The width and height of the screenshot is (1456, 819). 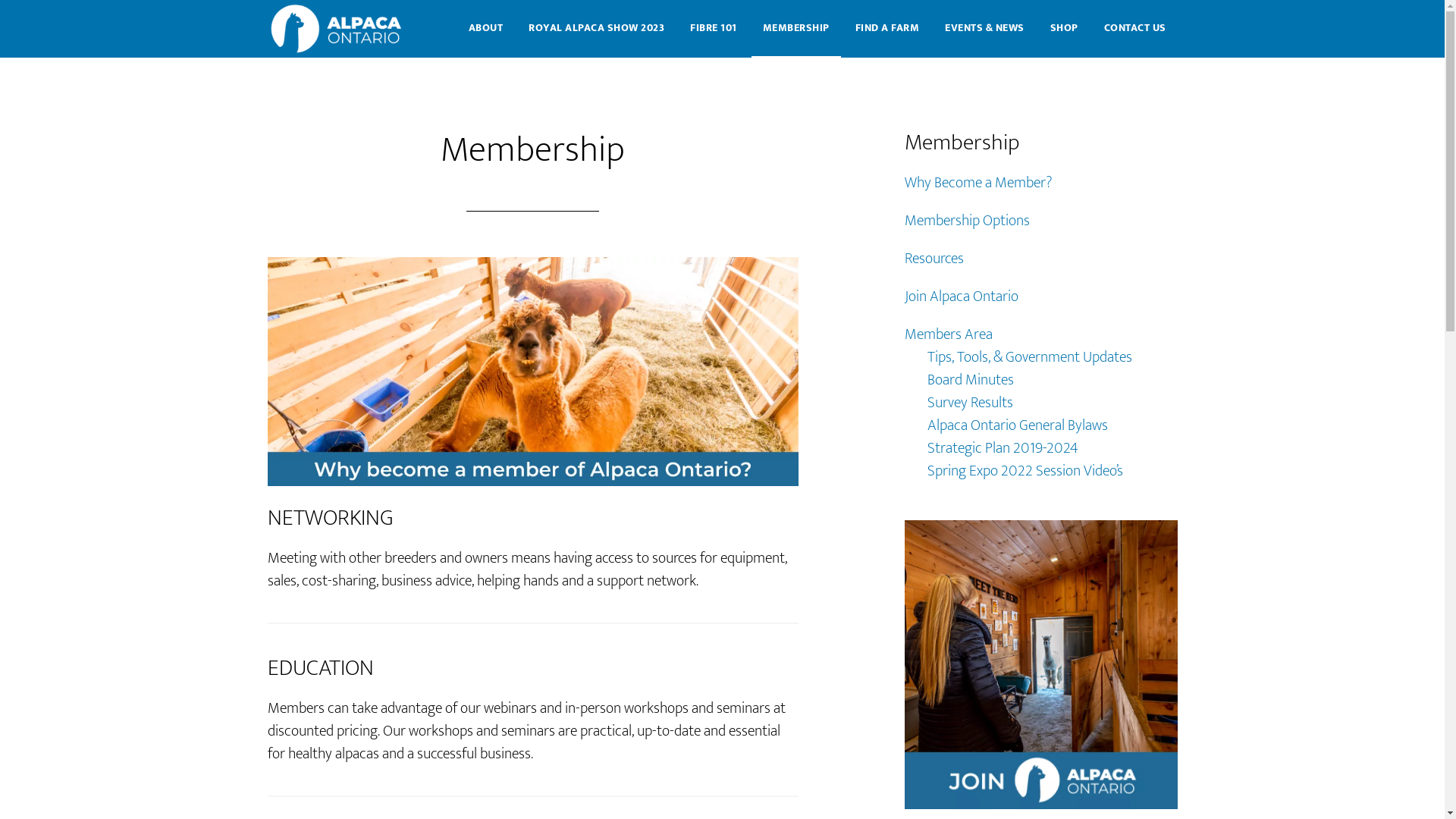 I want to click on 'Board Minutes', so click(x=968, y=379).